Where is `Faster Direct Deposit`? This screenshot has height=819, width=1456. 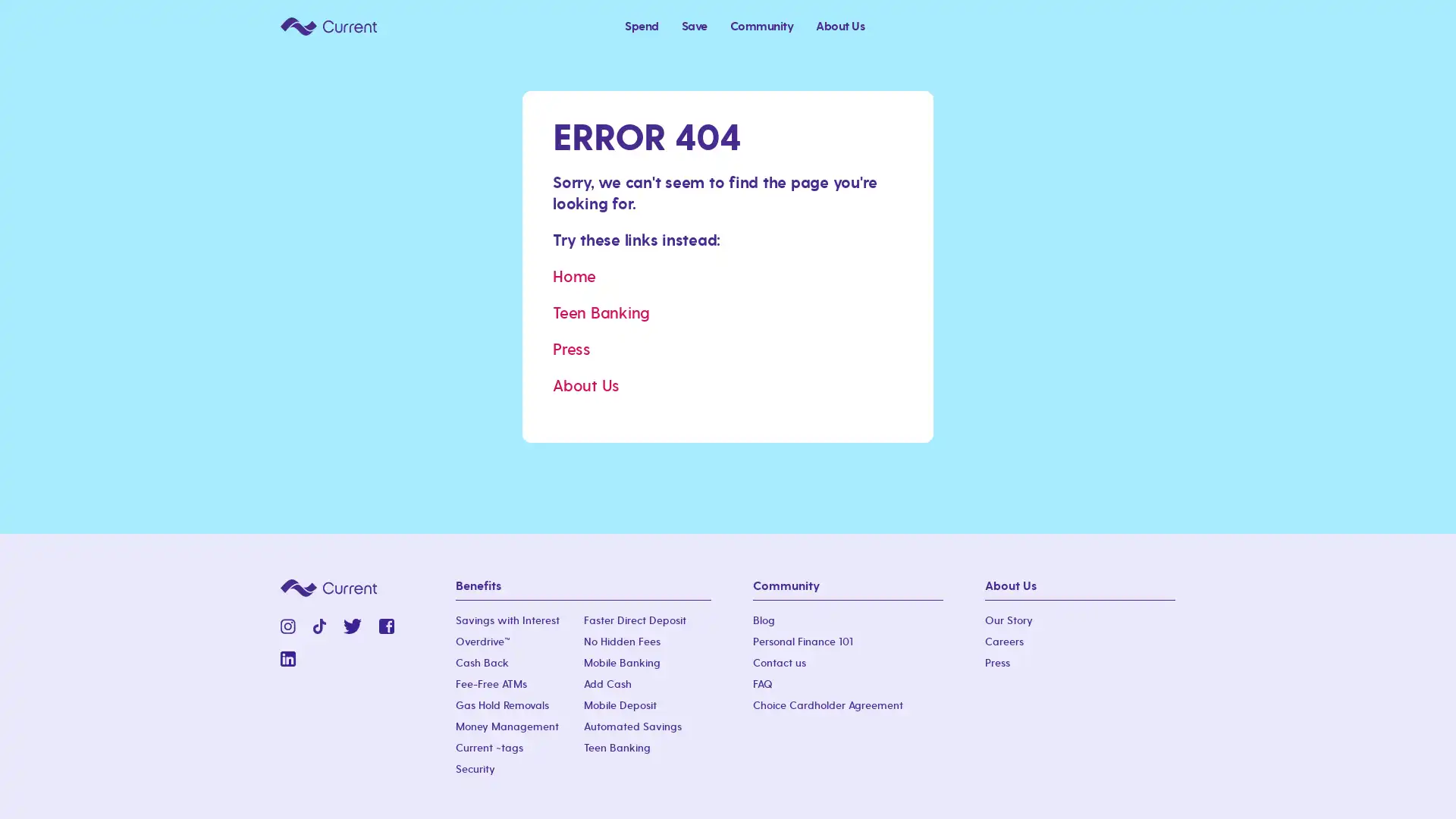
Faster Direct Deposit is located at coordinates (634, 620).